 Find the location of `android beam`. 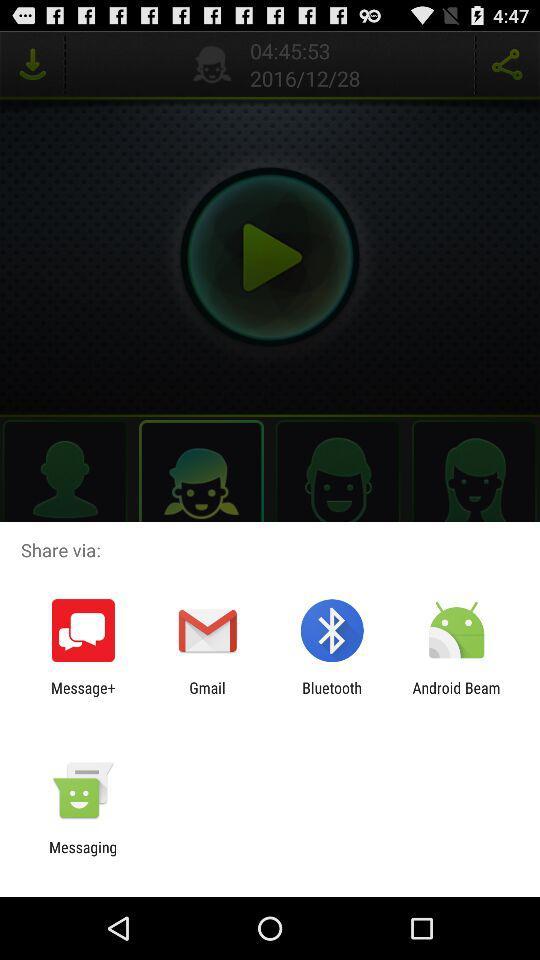

android beam is located at coordinates (456, 696).